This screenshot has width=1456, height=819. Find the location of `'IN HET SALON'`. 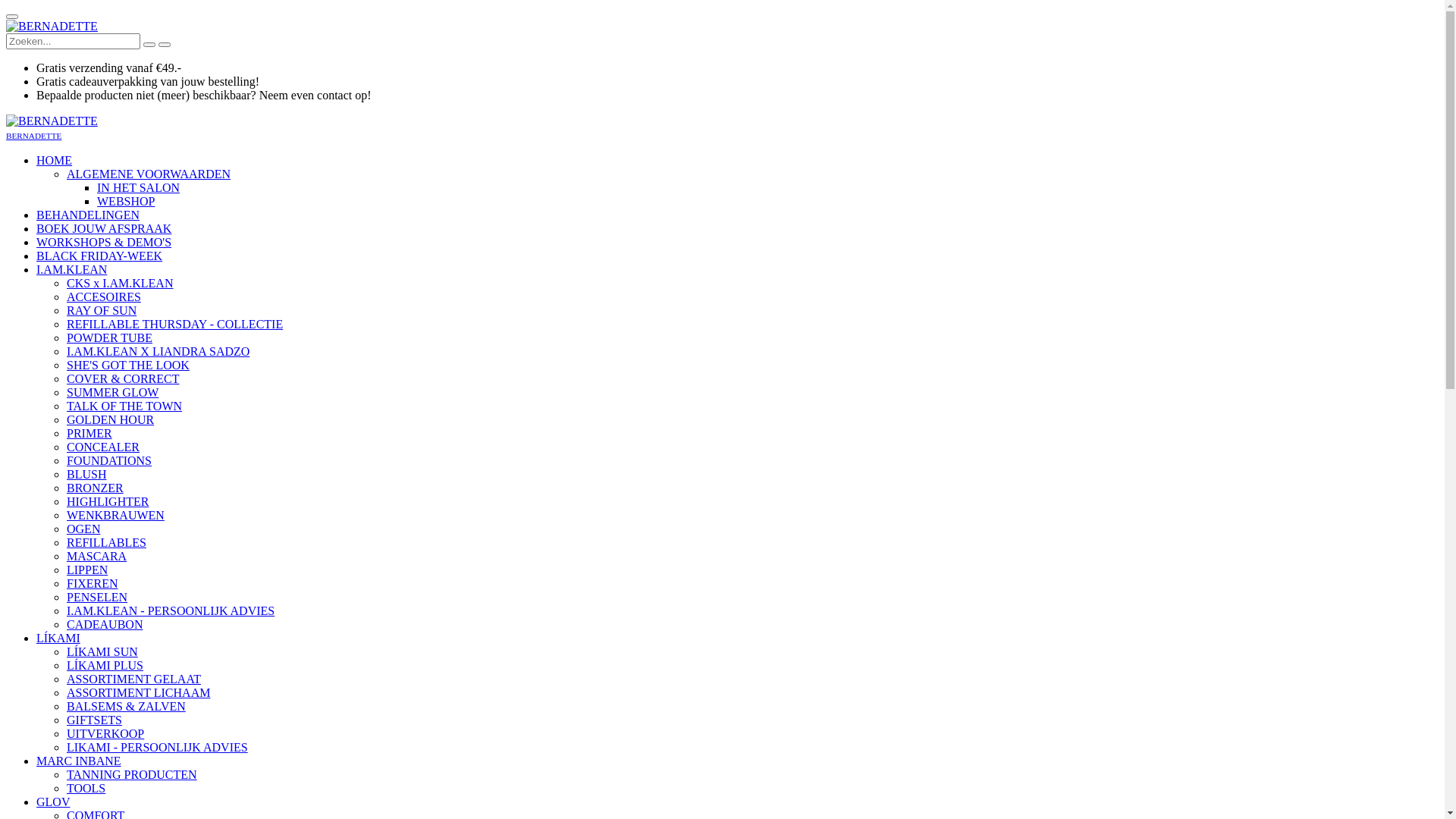

'IN HET SALON' is located at coordinates (138, 187).